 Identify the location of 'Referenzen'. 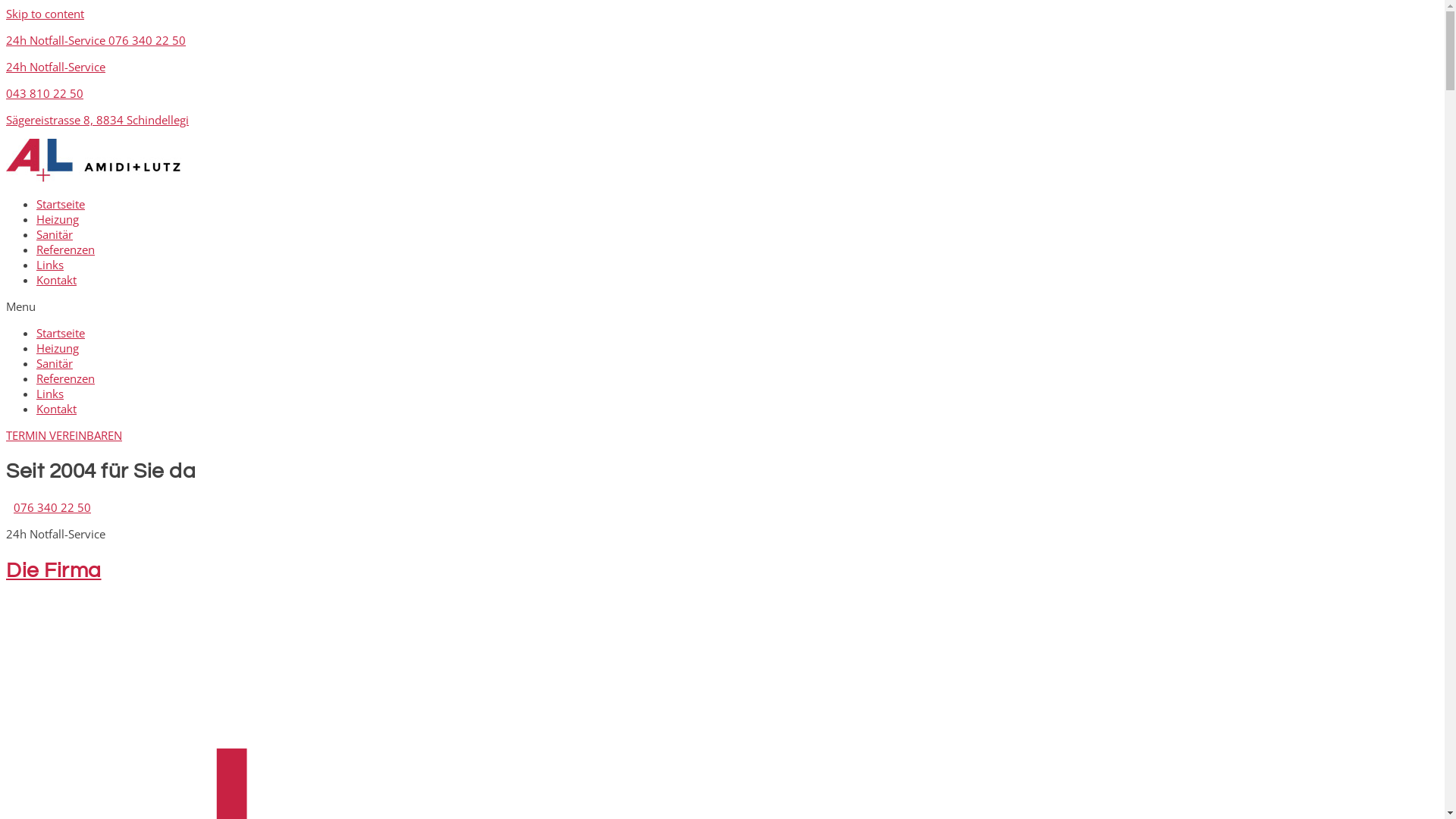
(64, 377).